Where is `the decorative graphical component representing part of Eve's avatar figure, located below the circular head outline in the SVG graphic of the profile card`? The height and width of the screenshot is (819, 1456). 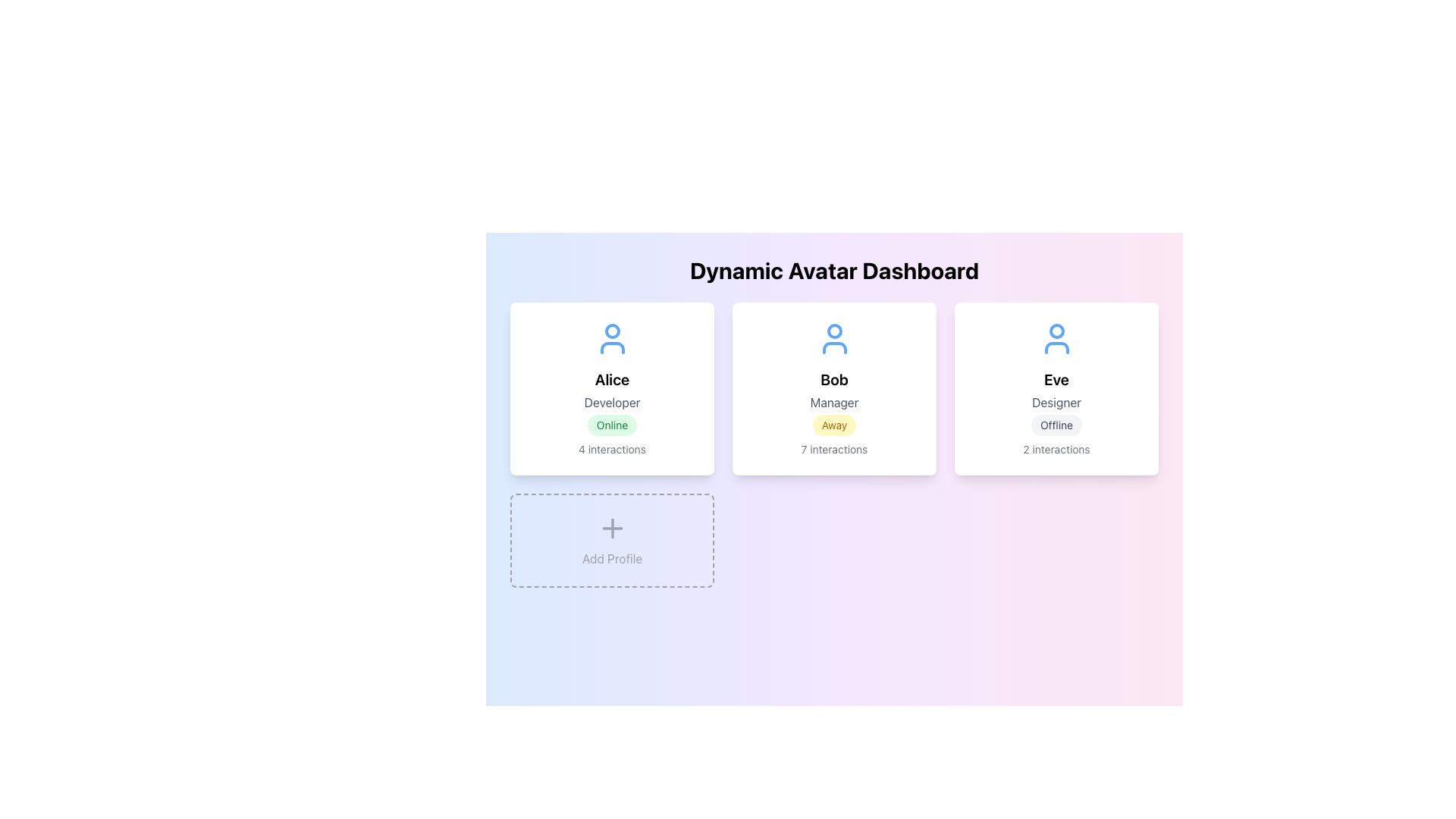
the decorative graphical component representing part of Eve's avatar figure, located below the circular head outline in the SVG graphic of the profile card is located at coordinates (1056, 348).